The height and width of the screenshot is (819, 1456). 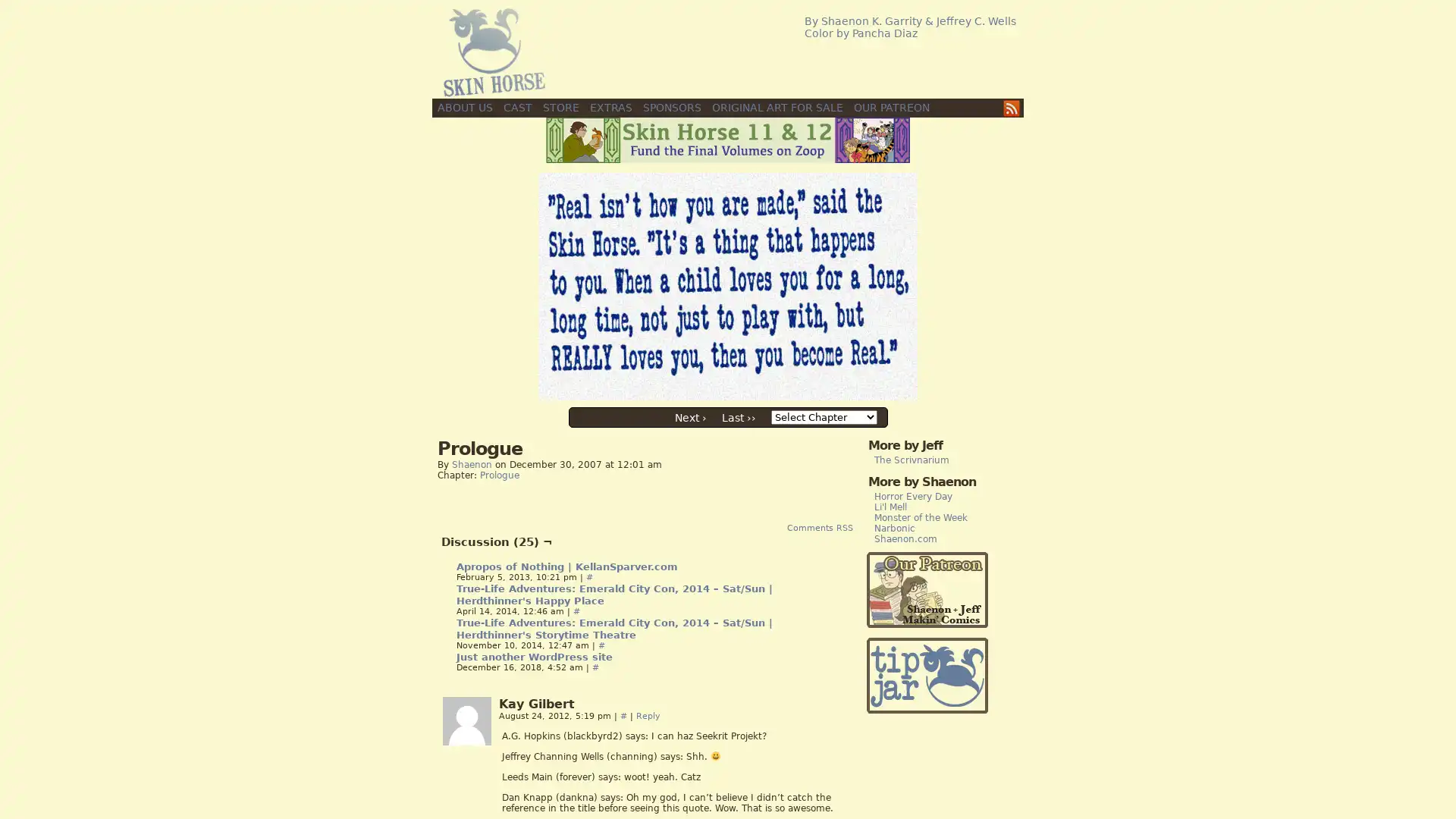 What do you see at coordinates (927, 675) in the screenshot?
I see `PayPal - The safer, easier way to pay online!` at bounding box center [927, 675].